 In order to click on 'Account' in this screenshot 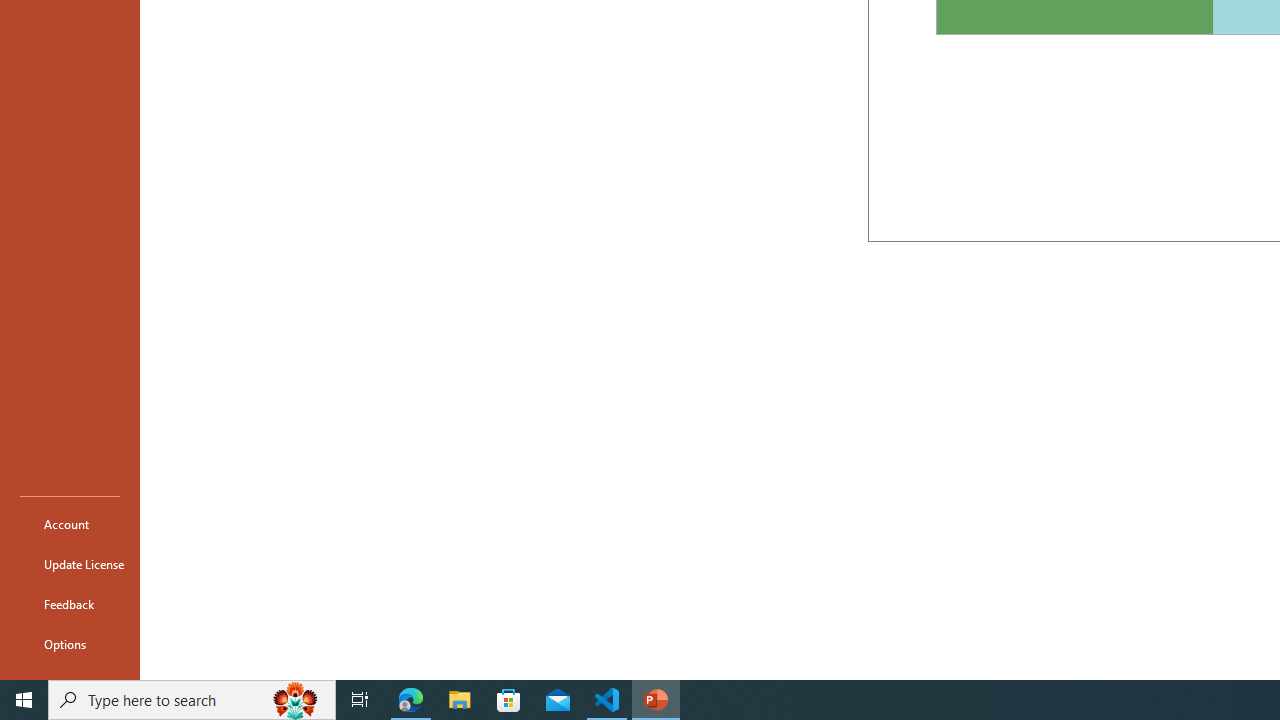, I will do `click(69, 523)`.